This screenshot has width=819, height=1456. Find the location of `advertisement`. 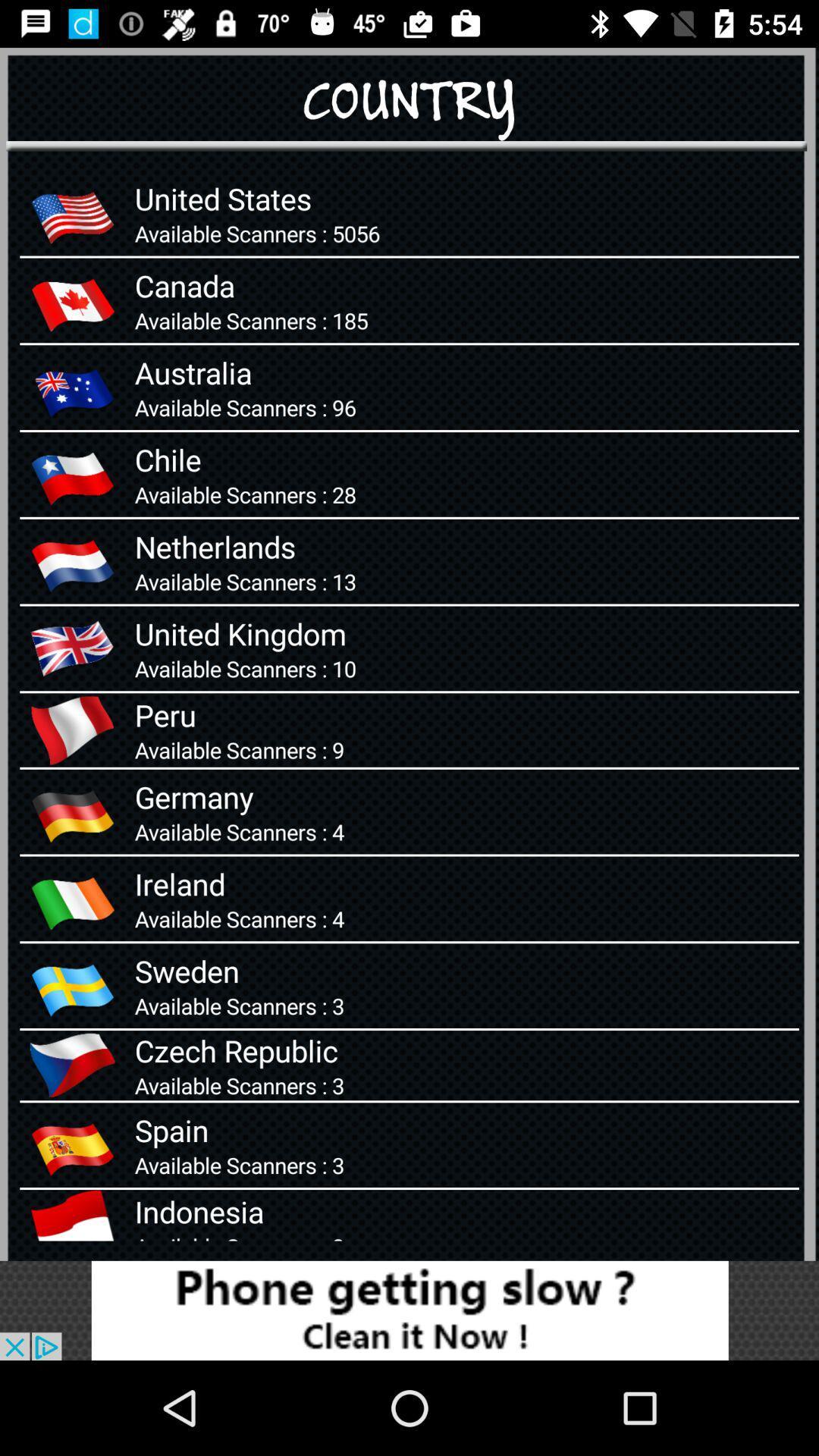

advertisement is located at coordinates (409, 1310).